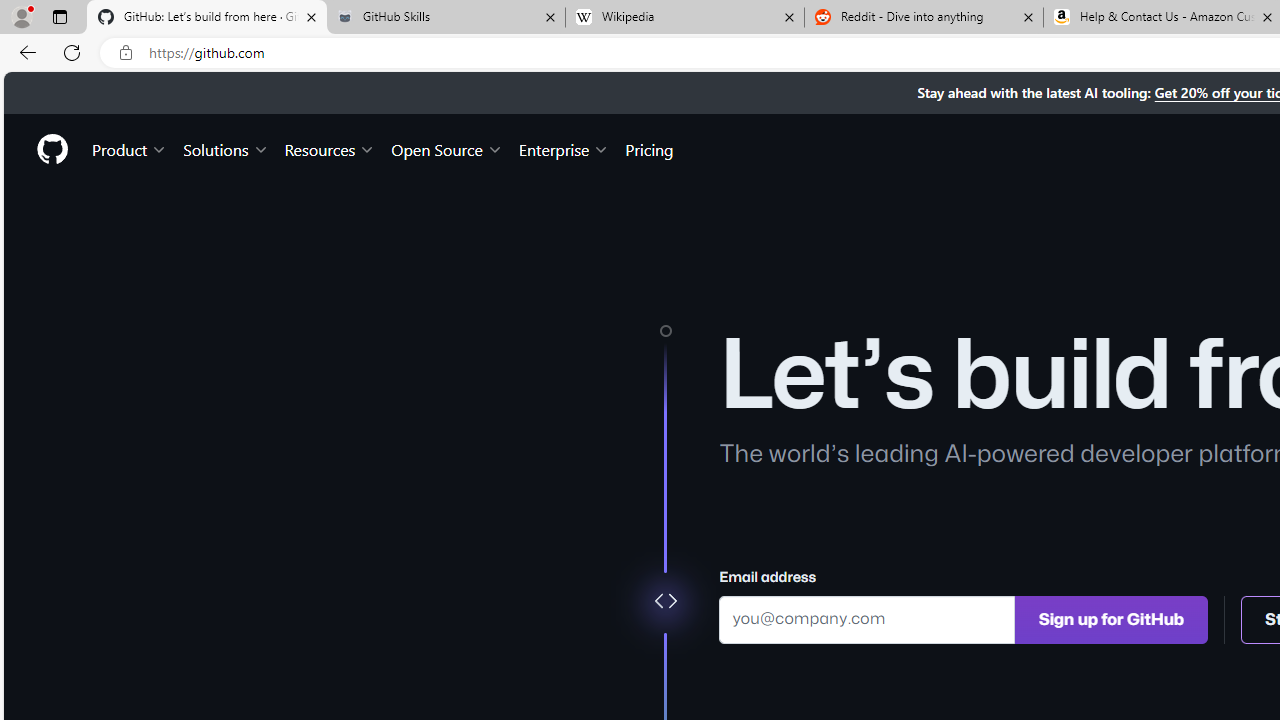 Image resolution: width=1280 pixels, height=720 pixels. What do you see at coordinates (649, 148) in the screenshot?
I see `'Pricing'` at bounding box center [649, 148].